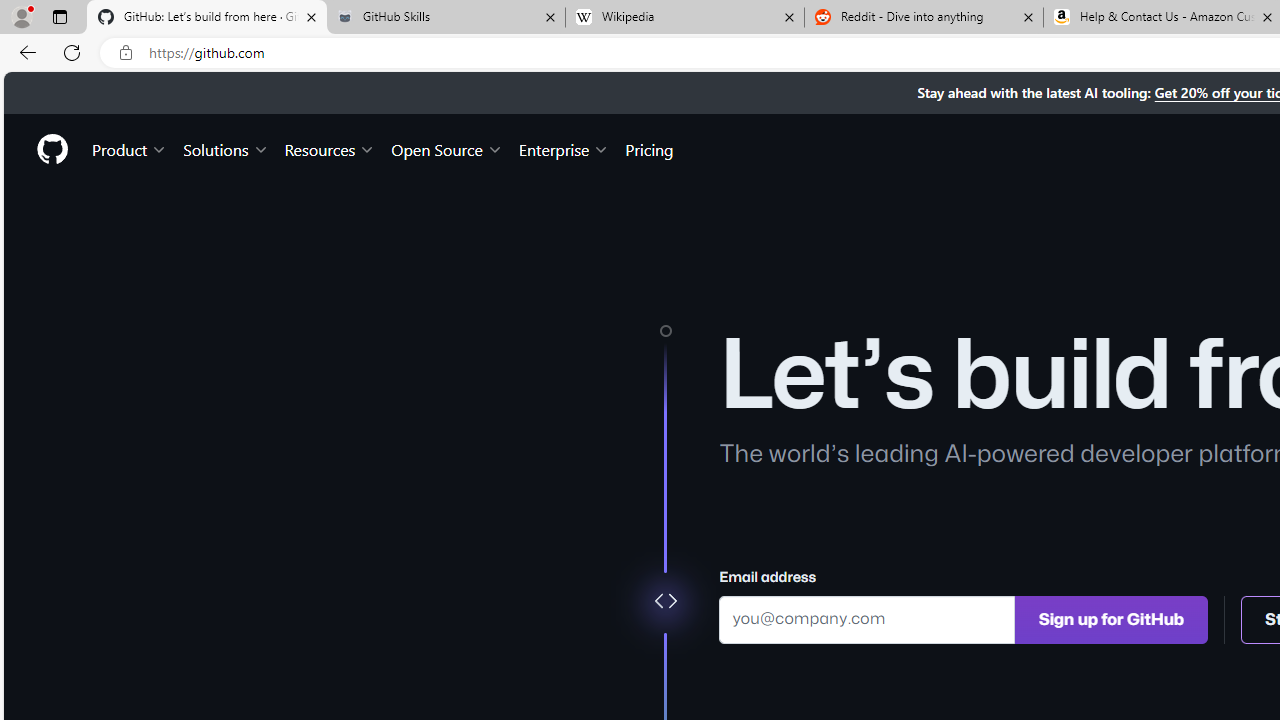 Image resolution: width=1280 pixels, height=720 pixels. What do you see at coordinates (649, 148) in the screenshot?
I see `'Pricing'` at bounding box center [649, 148].